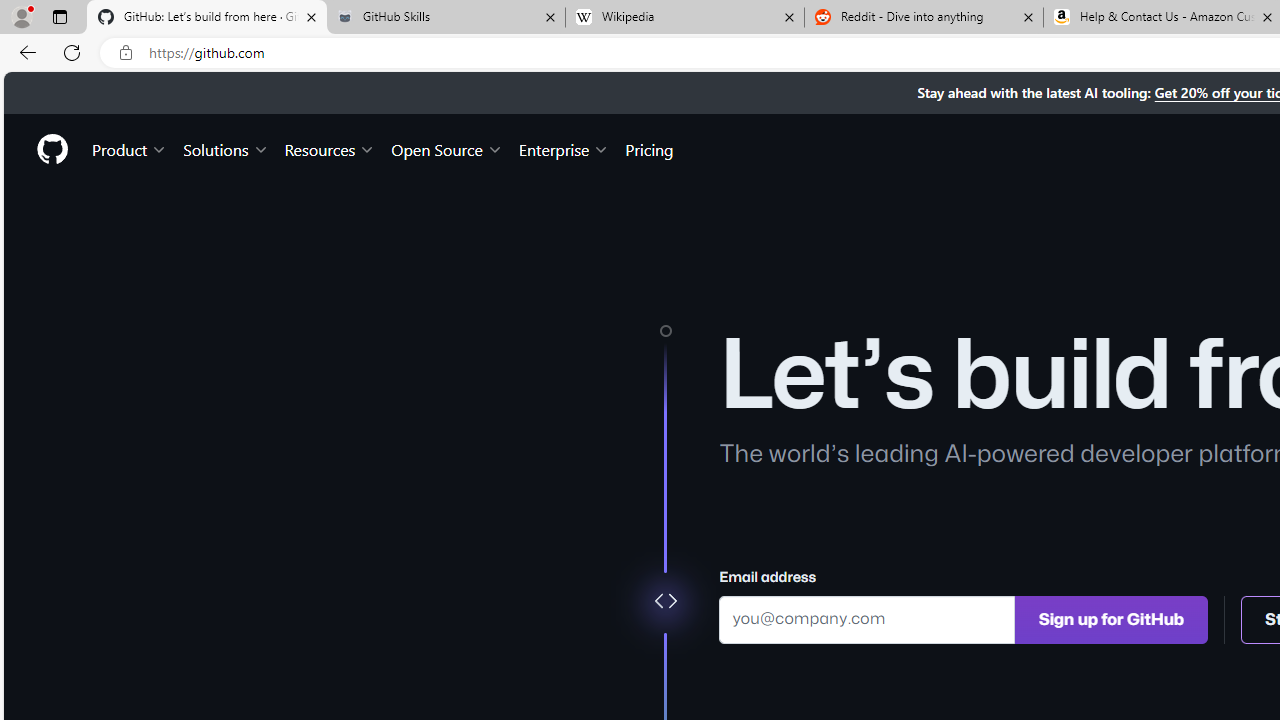 Image resolution: width=1280 pixels, height=720 pixels. What do you see at coordinates (649, 148) in the screenshot?
I see `'Pricing'` at bounding box center [649, 148].